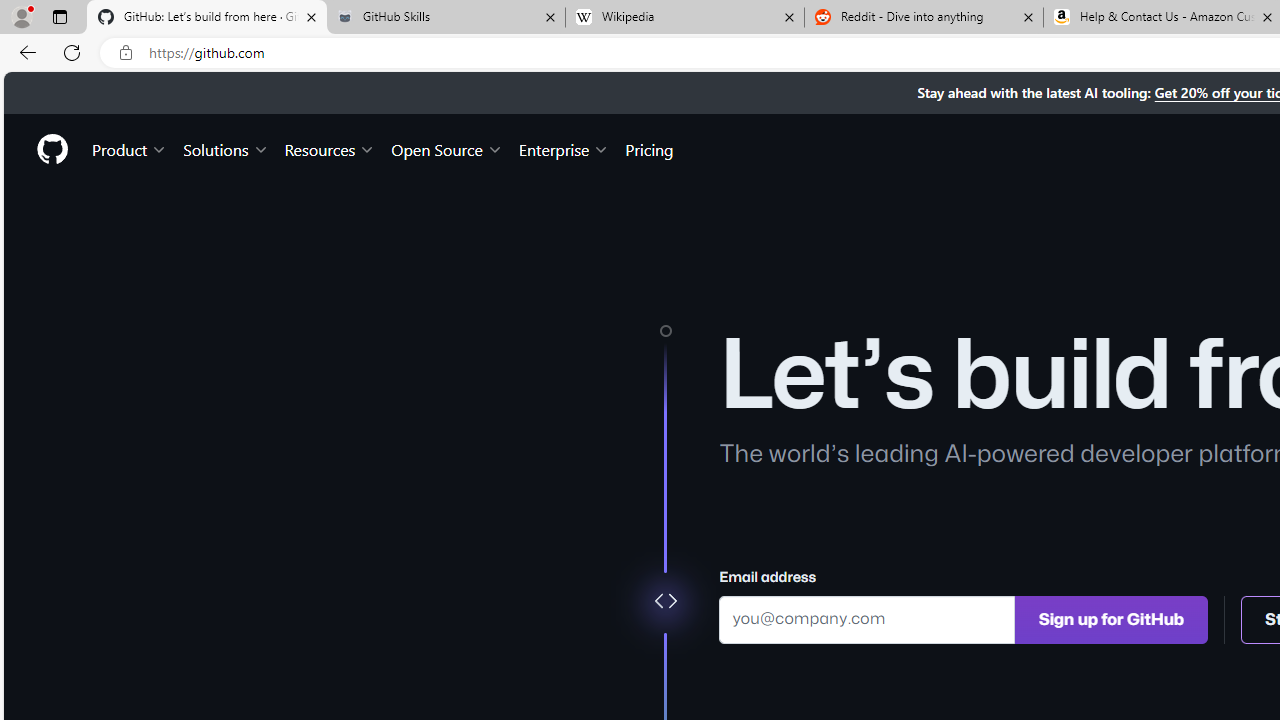 Image resolution: width=1280 pixels, height=720 pixels. What do you see at coordinates (649, 148) in the screenshot?
I see `'Pricing'` at bounding box center [649, 148].